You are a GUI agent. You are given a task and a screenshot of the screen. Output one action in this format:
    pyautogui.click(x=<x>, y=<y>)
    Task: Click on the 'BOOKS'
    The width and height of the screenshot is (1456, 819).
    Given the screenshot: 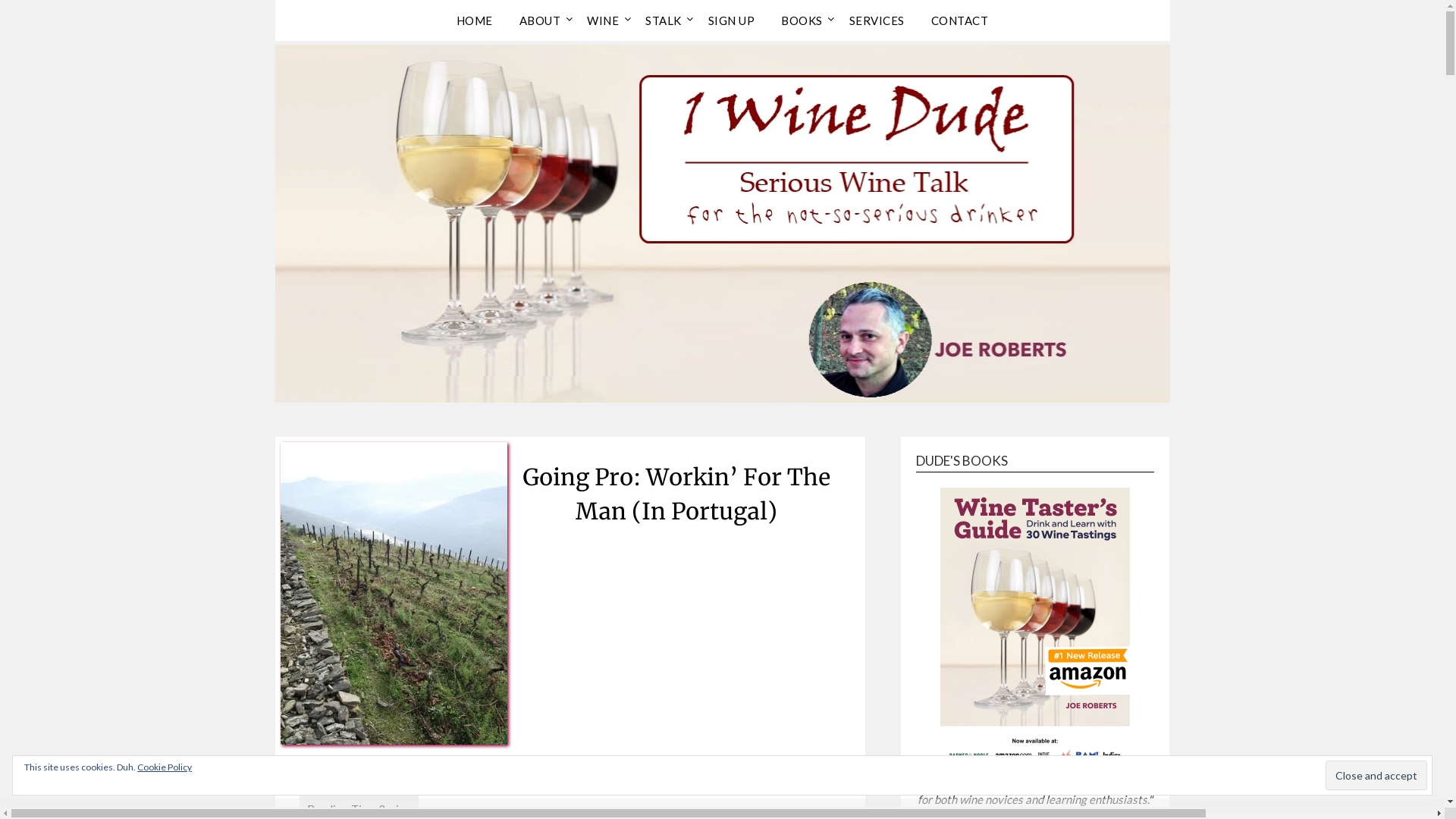 What is the action you would take?
    pyautogui.click(x=768, y=20)
    